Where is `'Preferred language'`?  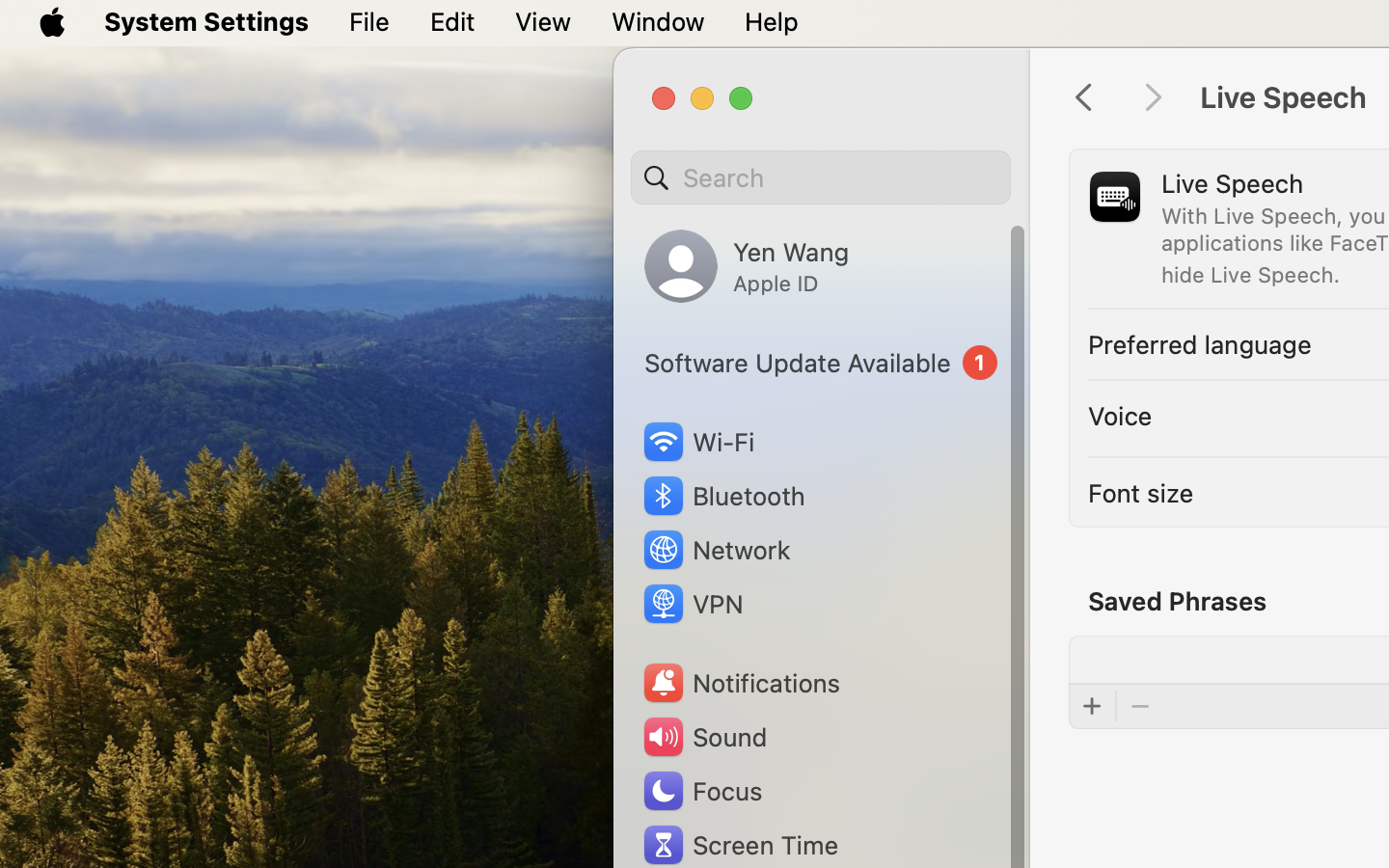
'Preferred language' is located at coordinates (1199, 343).